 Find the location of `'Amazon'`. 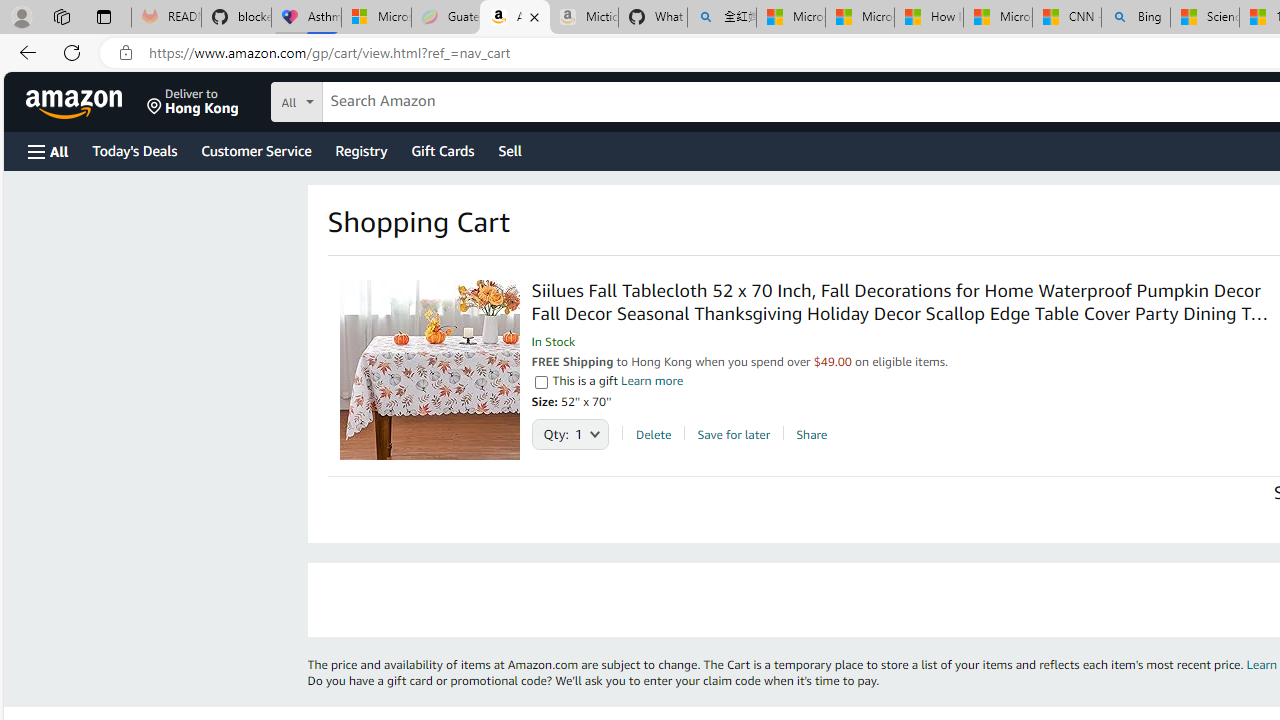

'Amazon' is located at coordinates (76, 101).